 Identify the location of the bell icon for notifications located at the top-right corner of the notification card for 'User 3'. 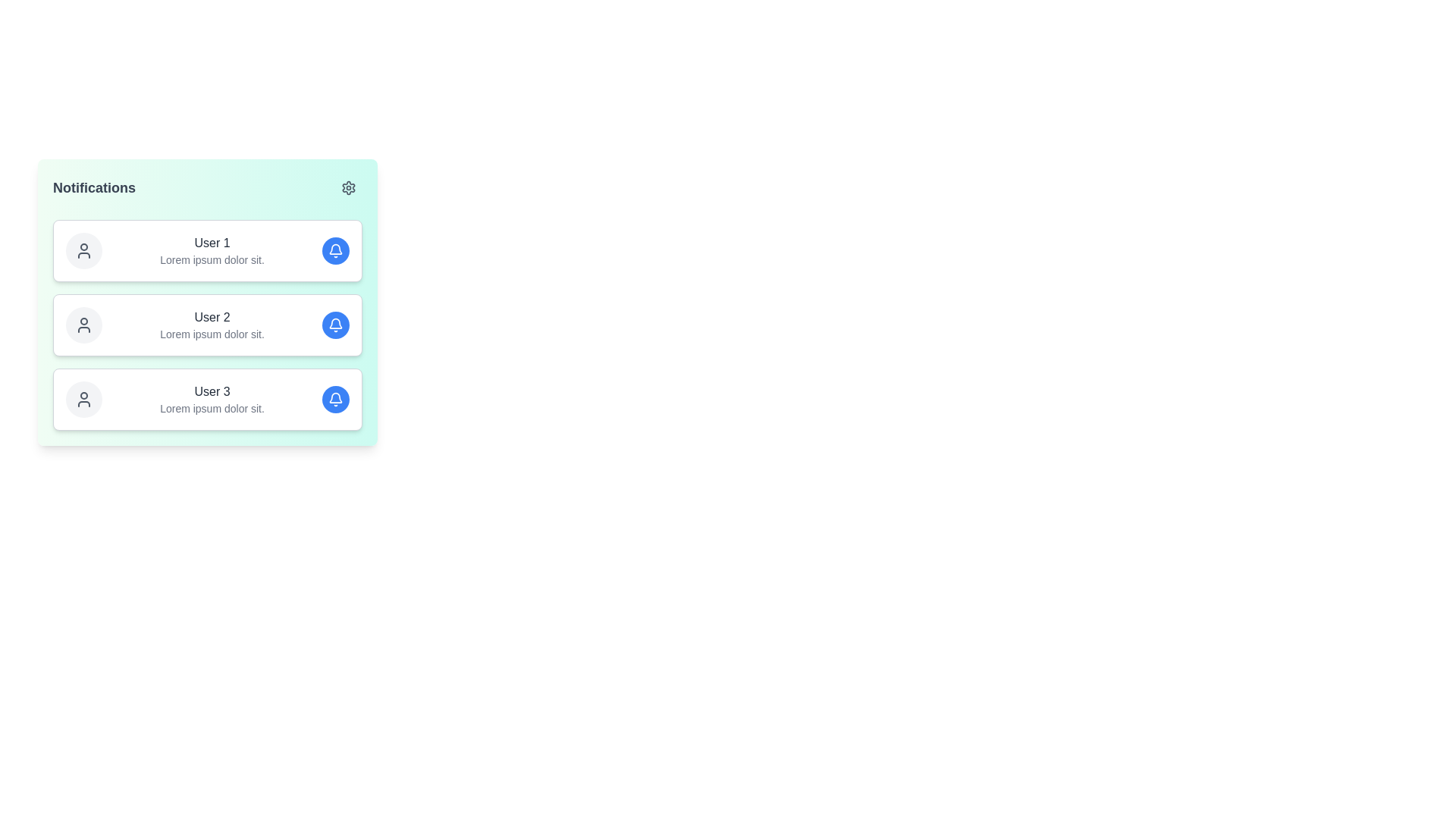
(334, 399).